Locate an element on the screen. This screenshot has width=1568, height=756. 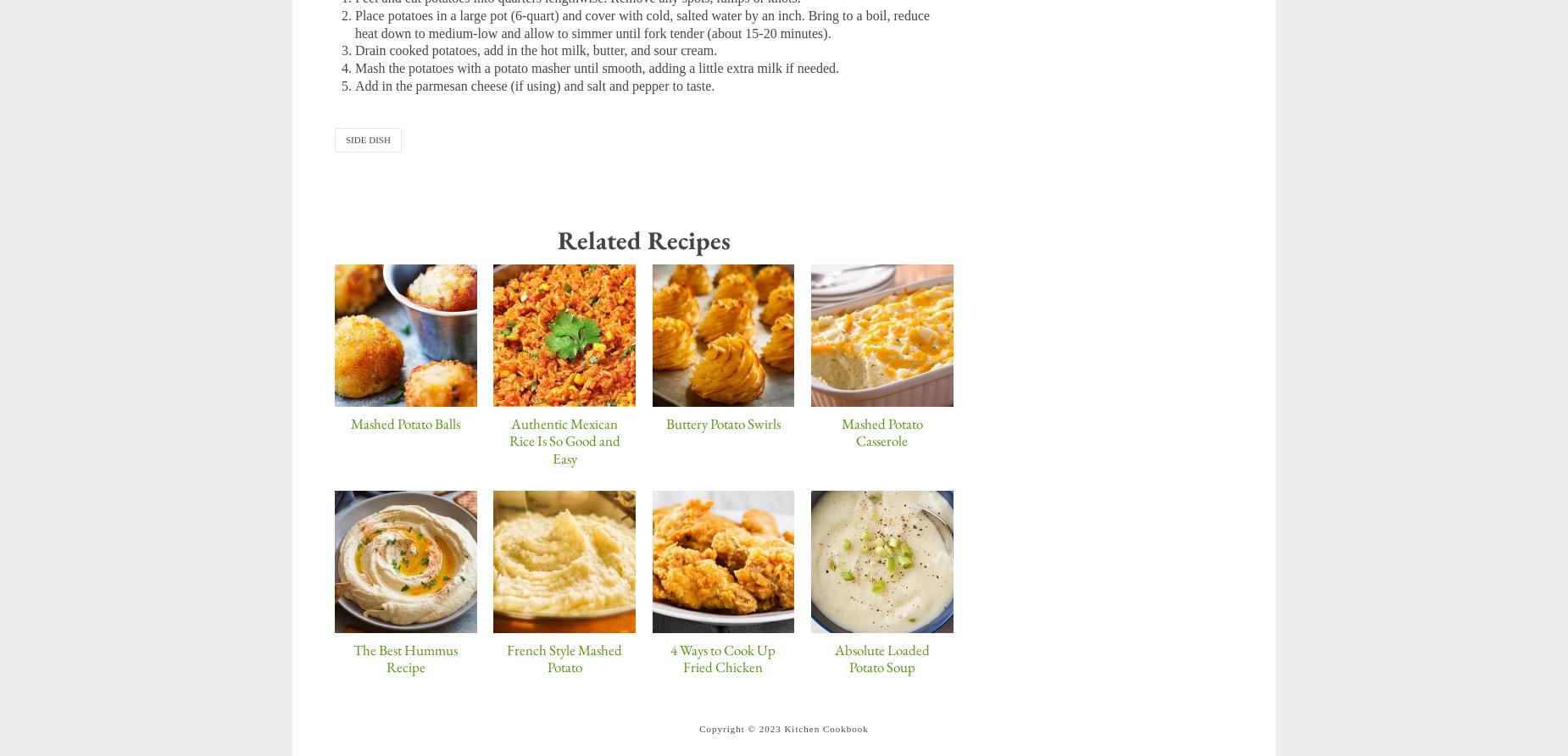
'Mashed Potato Casserole' is located at coordinates (881, 431).